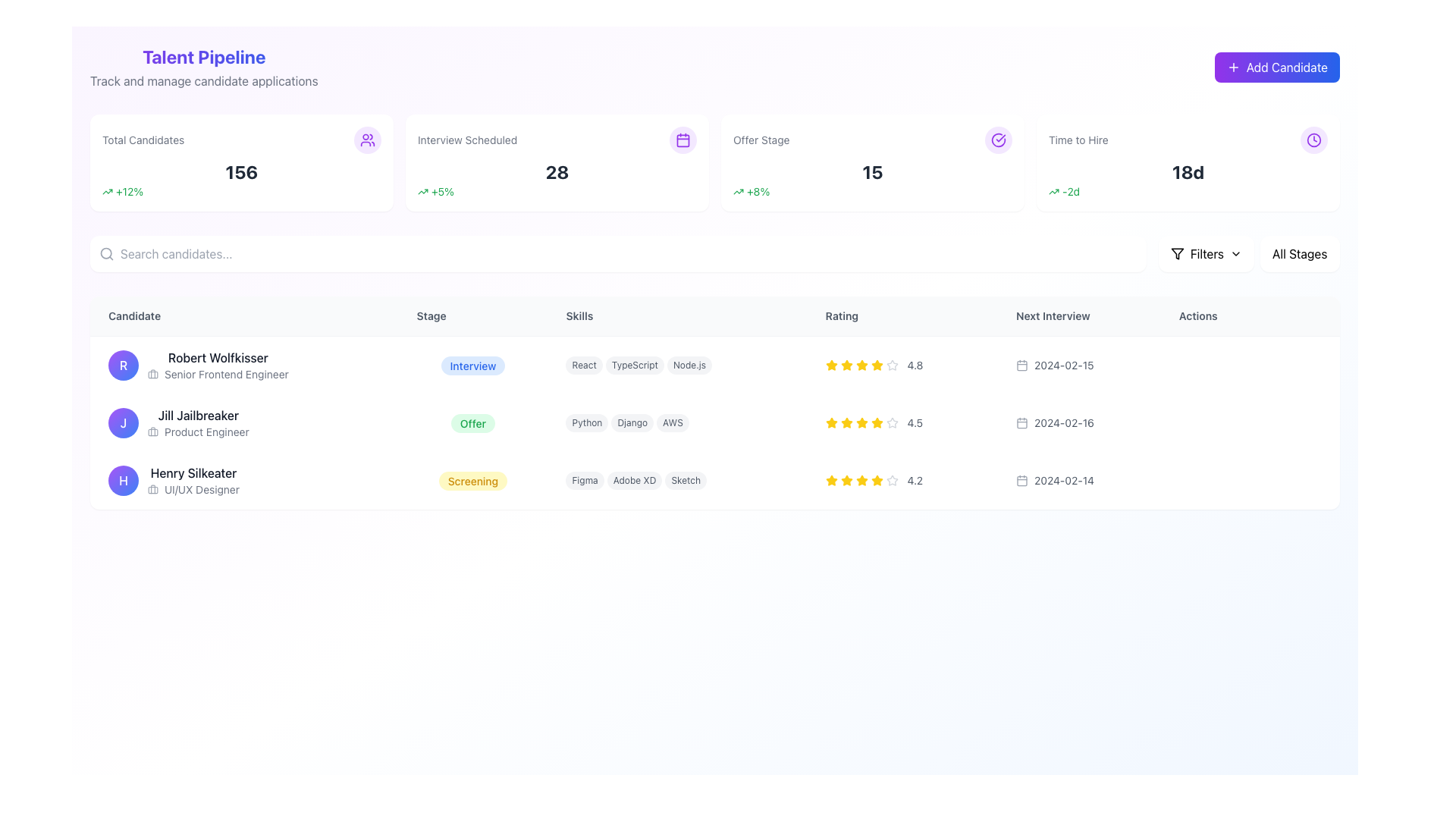  I want to click on numeric rating value displayed in the Text label for the candidate 'Jill Jailbreaker', located under the 'Rating' column adjacent to the star representation, so click(902, 423).